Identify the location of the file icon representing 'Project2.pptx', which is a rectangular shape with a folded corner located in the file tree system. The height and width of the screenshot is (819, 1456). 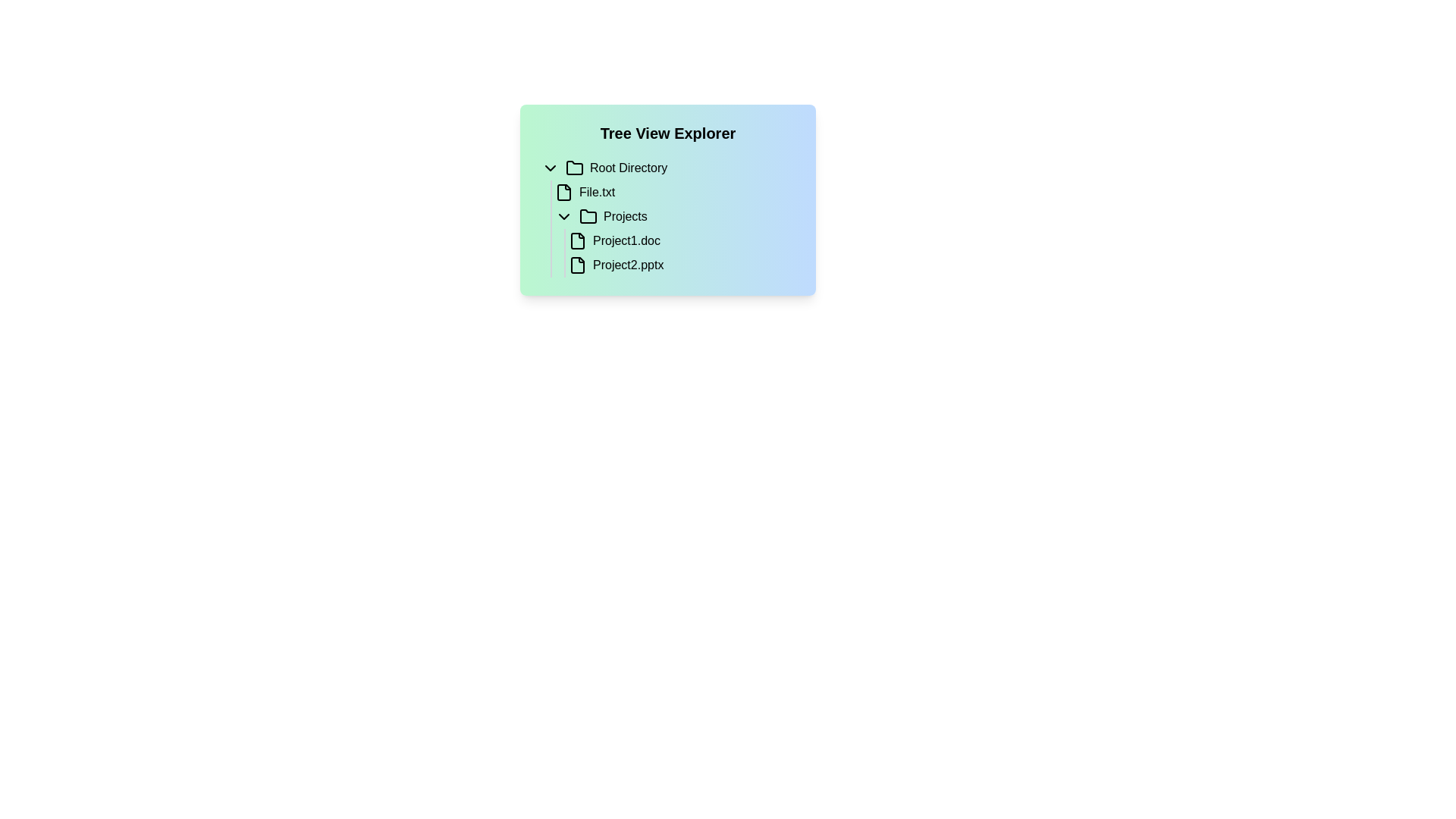
(577, 265).